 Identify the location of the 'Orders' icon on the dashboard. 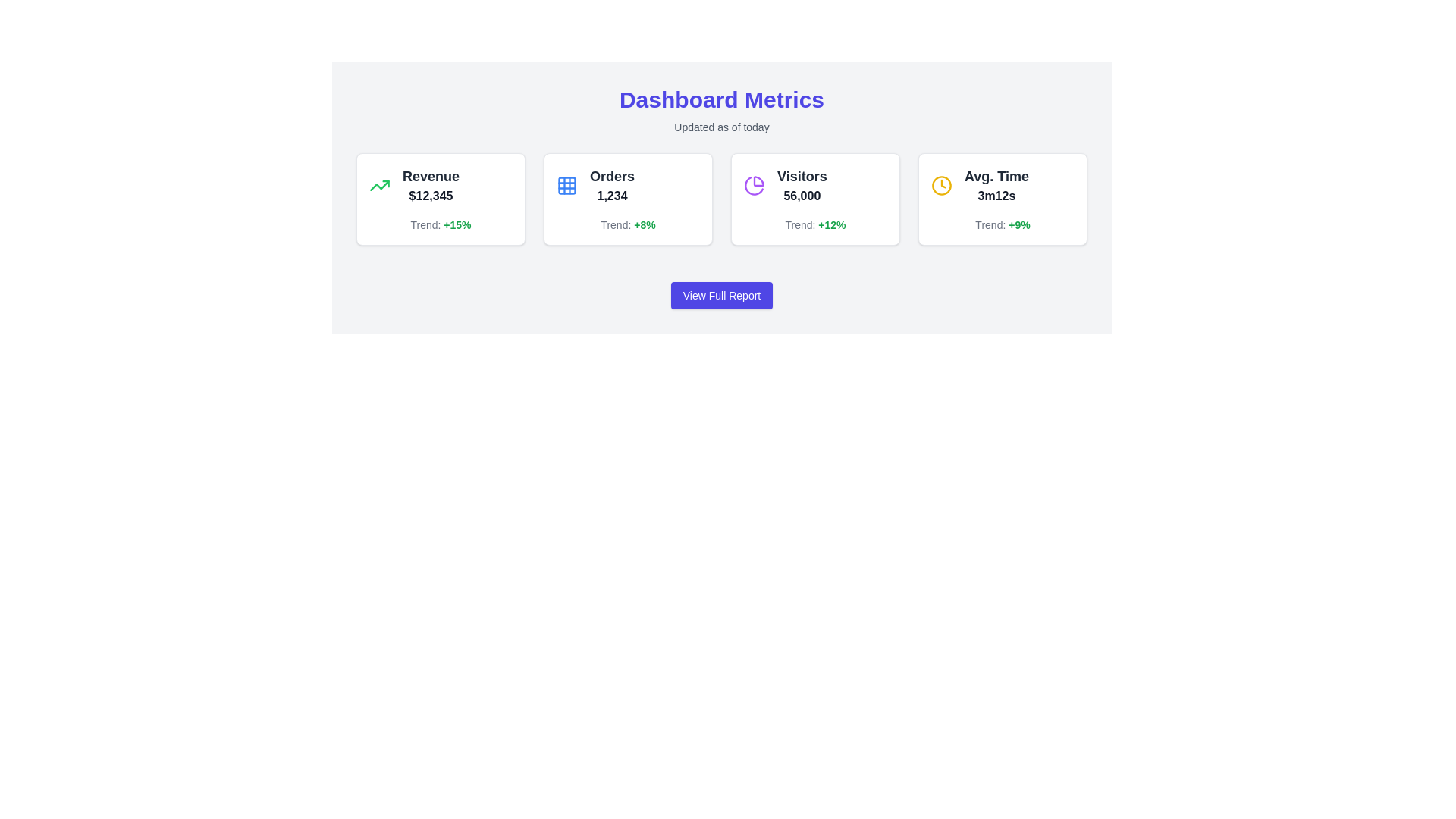
(566, 185).